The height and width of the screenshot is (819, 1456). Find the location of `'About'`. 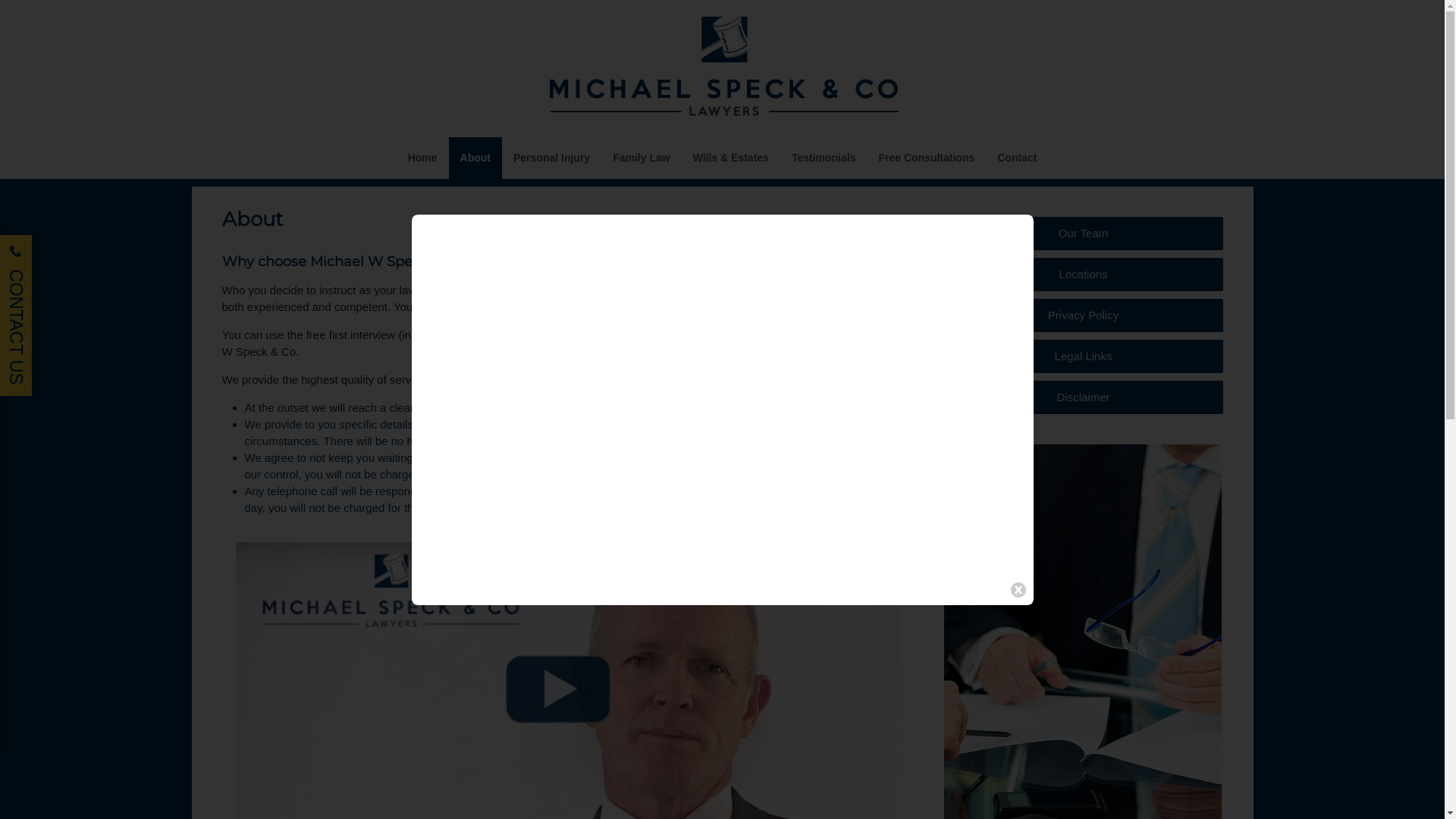

'About' is located at coordinates (475, 158).